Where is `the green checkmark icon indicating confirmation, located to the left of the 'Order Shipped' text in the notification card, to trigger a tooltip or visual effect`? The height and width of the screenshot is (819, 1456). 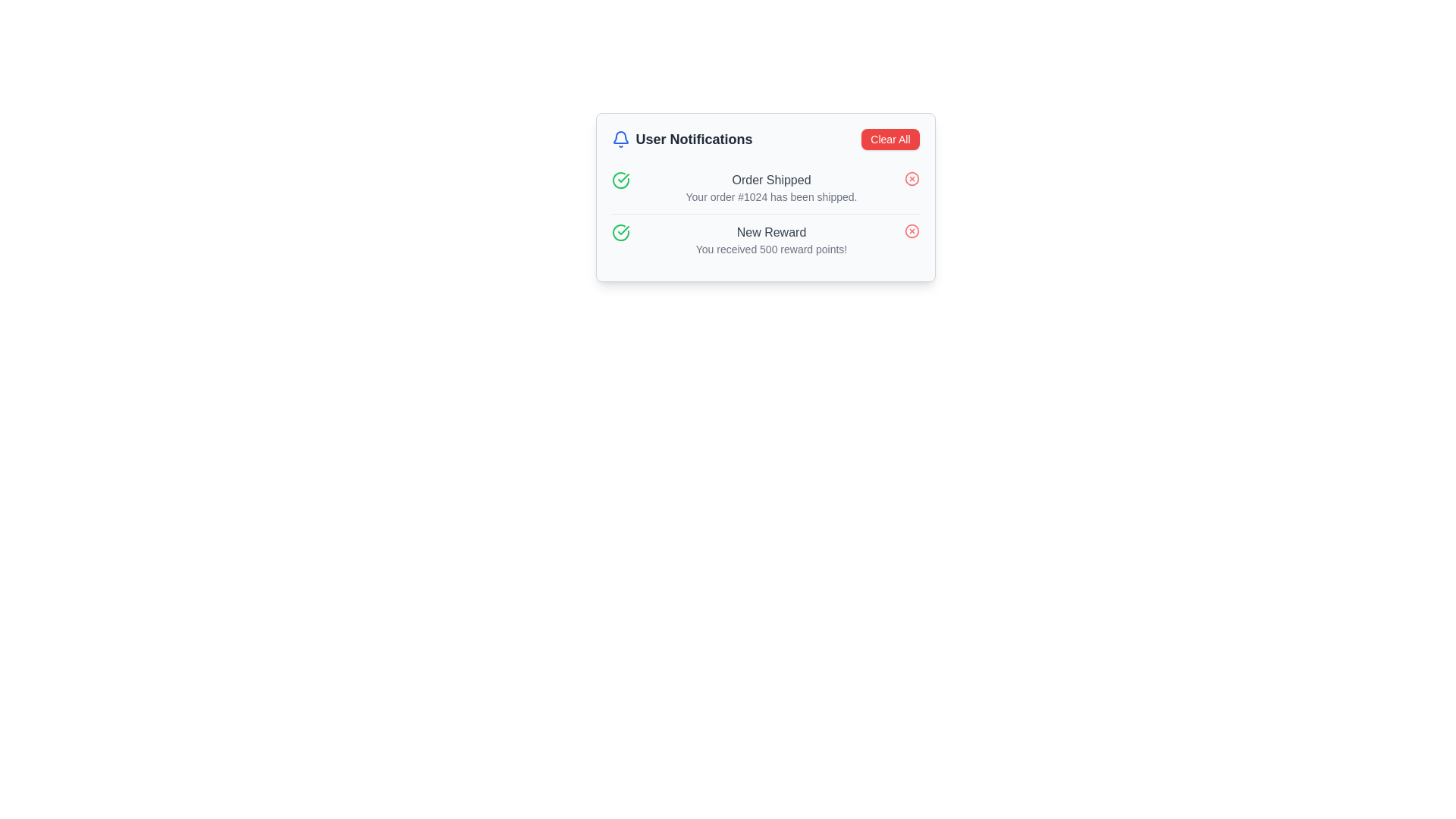
the green checkmark icon indicating confirmation, located to the left of the 'Order Shipped' text in the notification card, to trigger a tooltip or visual effect is located at coordinates (623, 231).